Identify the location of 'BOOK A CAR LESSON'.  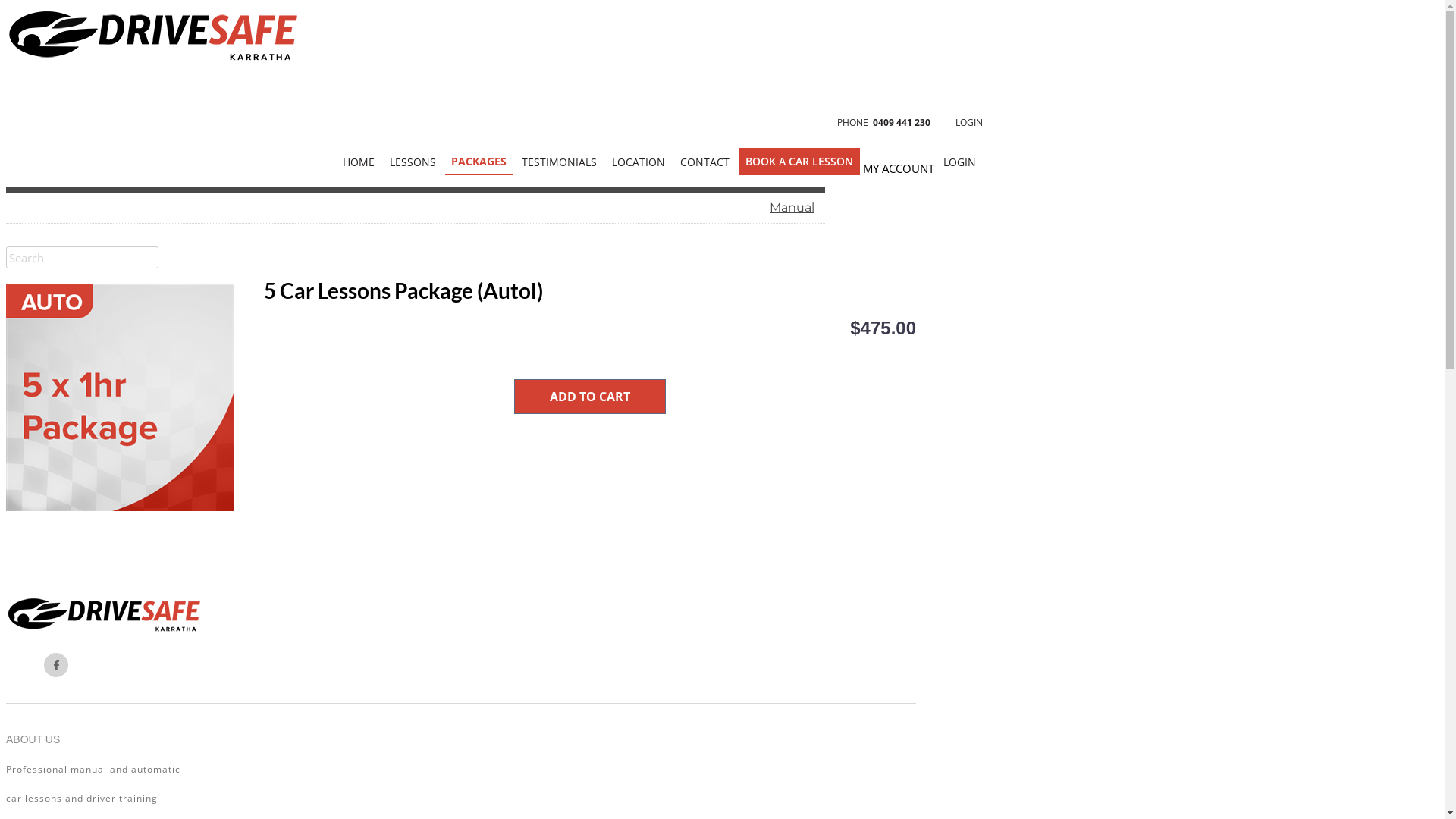
(799, 161).